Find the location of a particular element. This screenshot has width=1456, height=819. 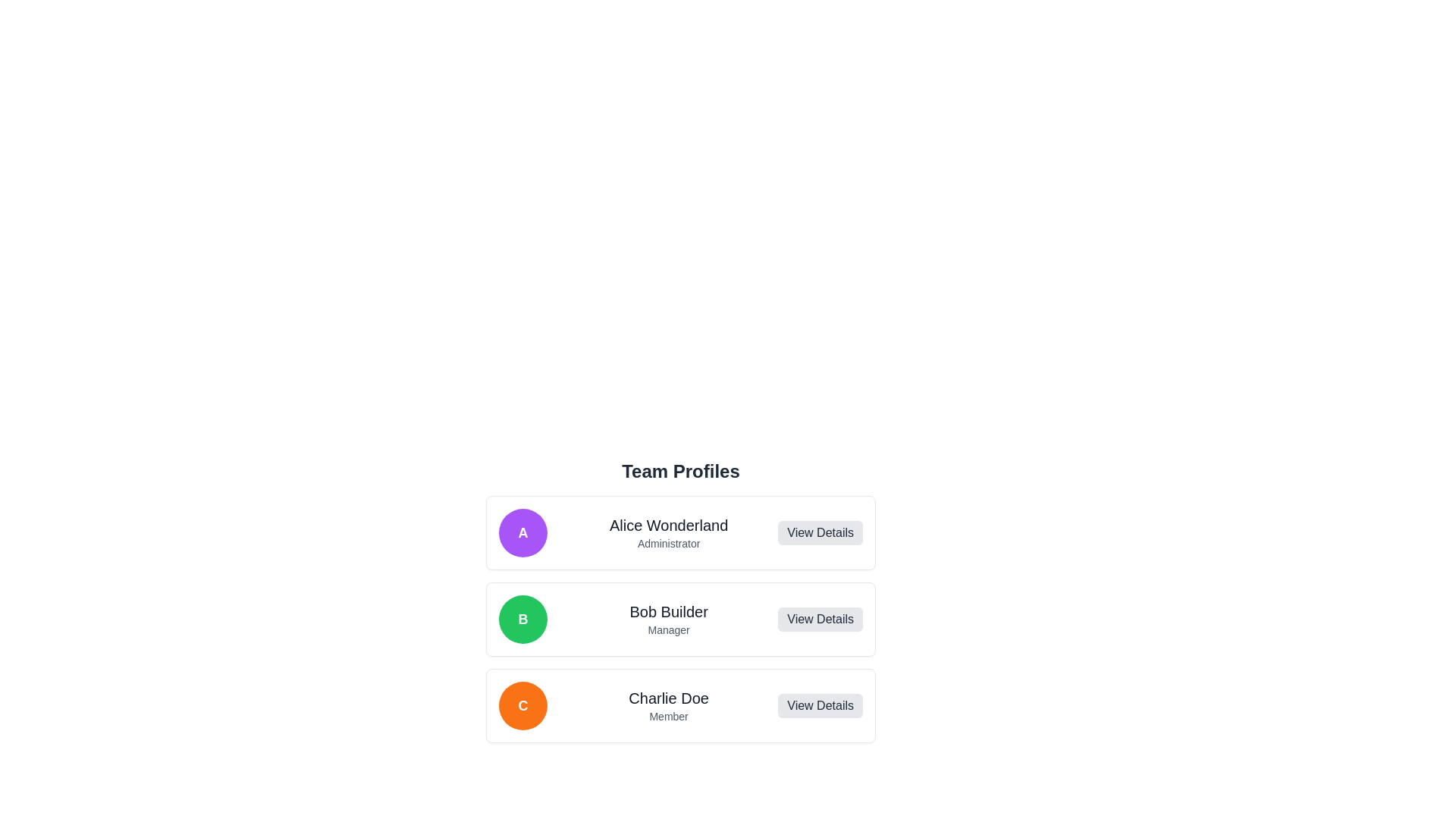

the button providing additional details for the 'Bob Builder' profile, located at the far right side of the profile block with the subtitle 'Manager' is located at coordinates (820, 620).